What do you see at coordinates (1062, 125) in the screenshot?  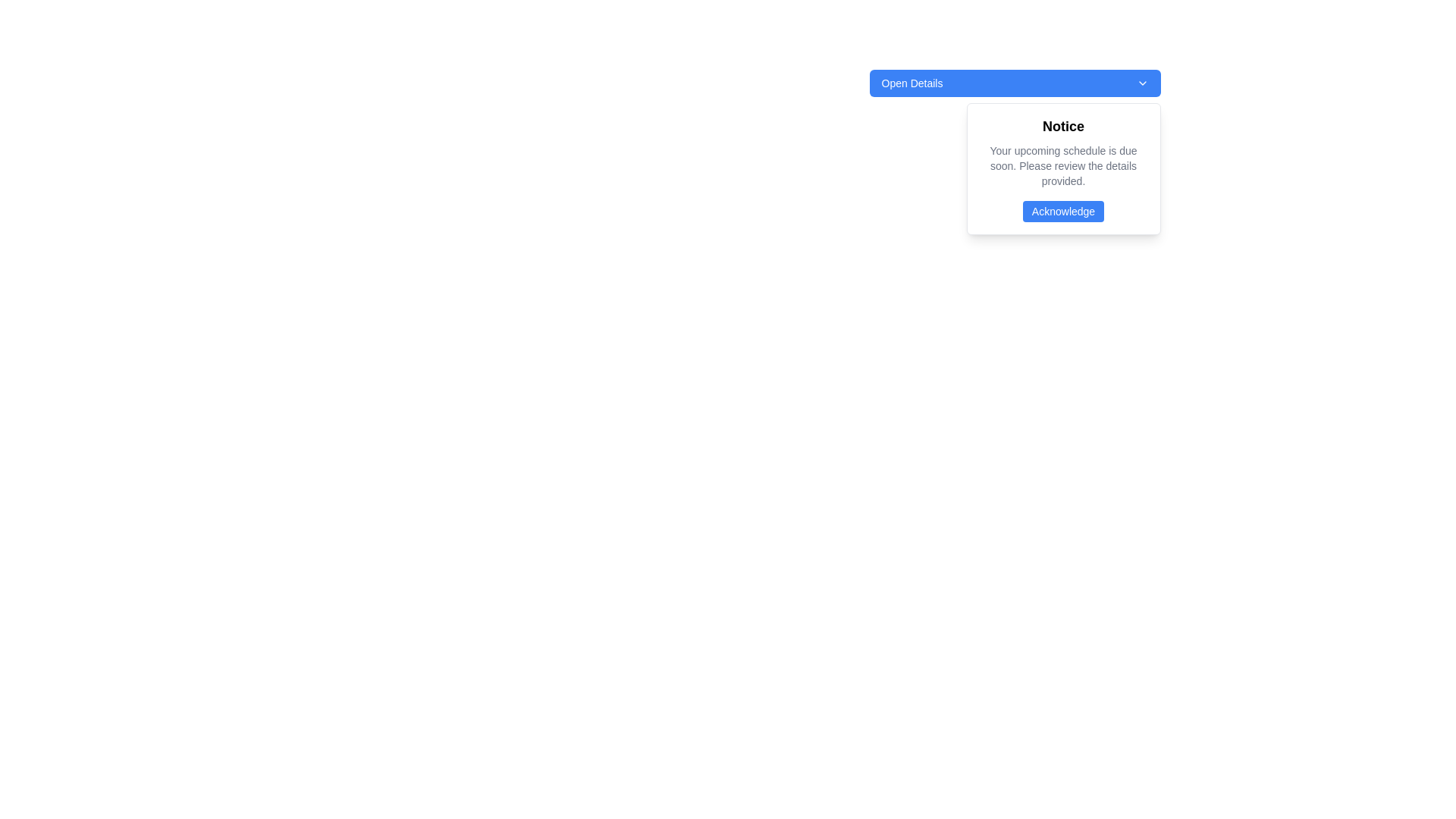 I see `the bold, large-font text label reading 'Notice' at the top of the card component` at bounding box center [1062, 125].